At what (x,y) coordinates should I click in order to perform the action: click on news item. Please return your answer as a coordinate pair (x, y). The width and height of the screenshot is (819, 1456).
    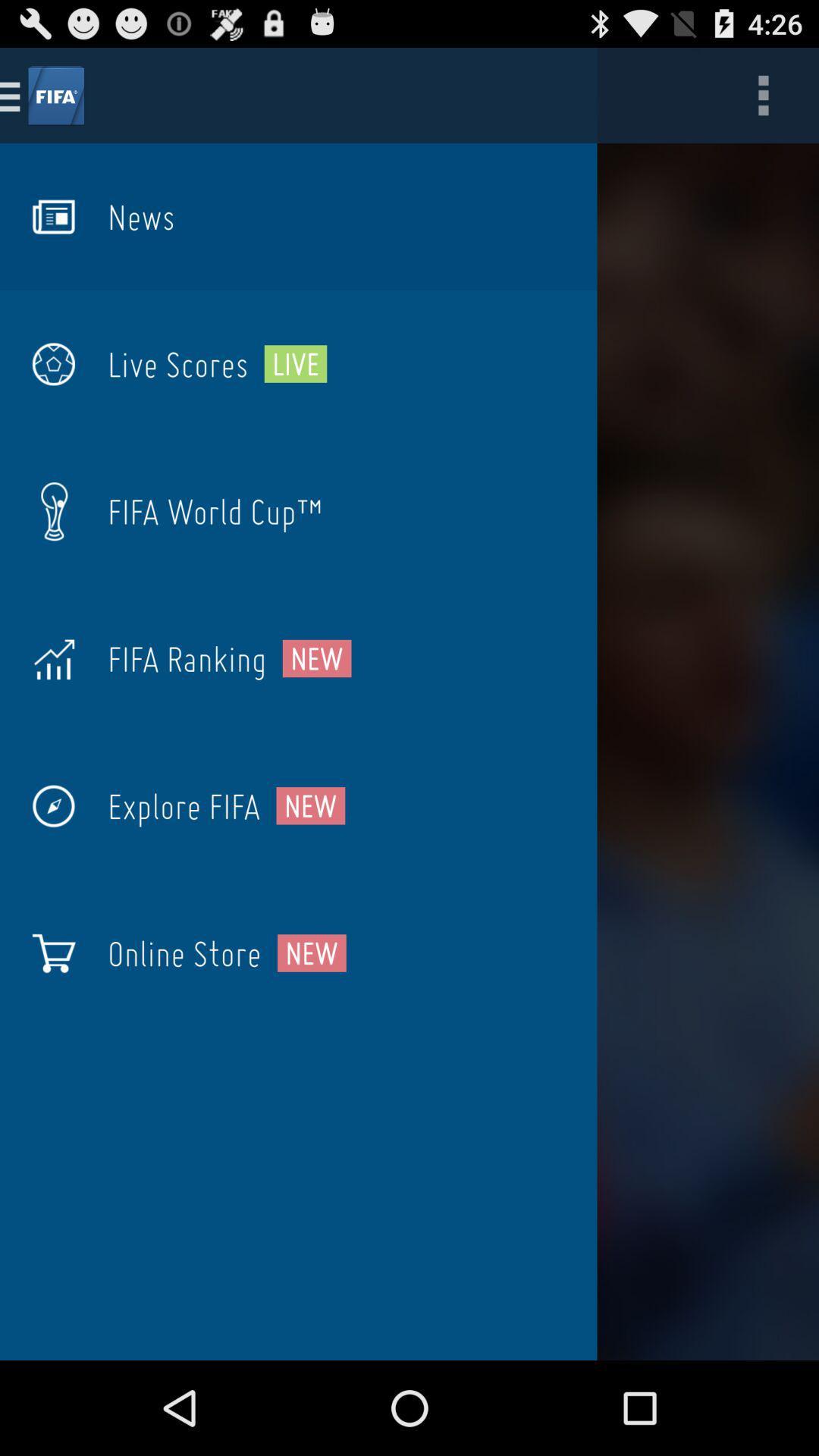
    Looking at the image, I should click on (141, 216).